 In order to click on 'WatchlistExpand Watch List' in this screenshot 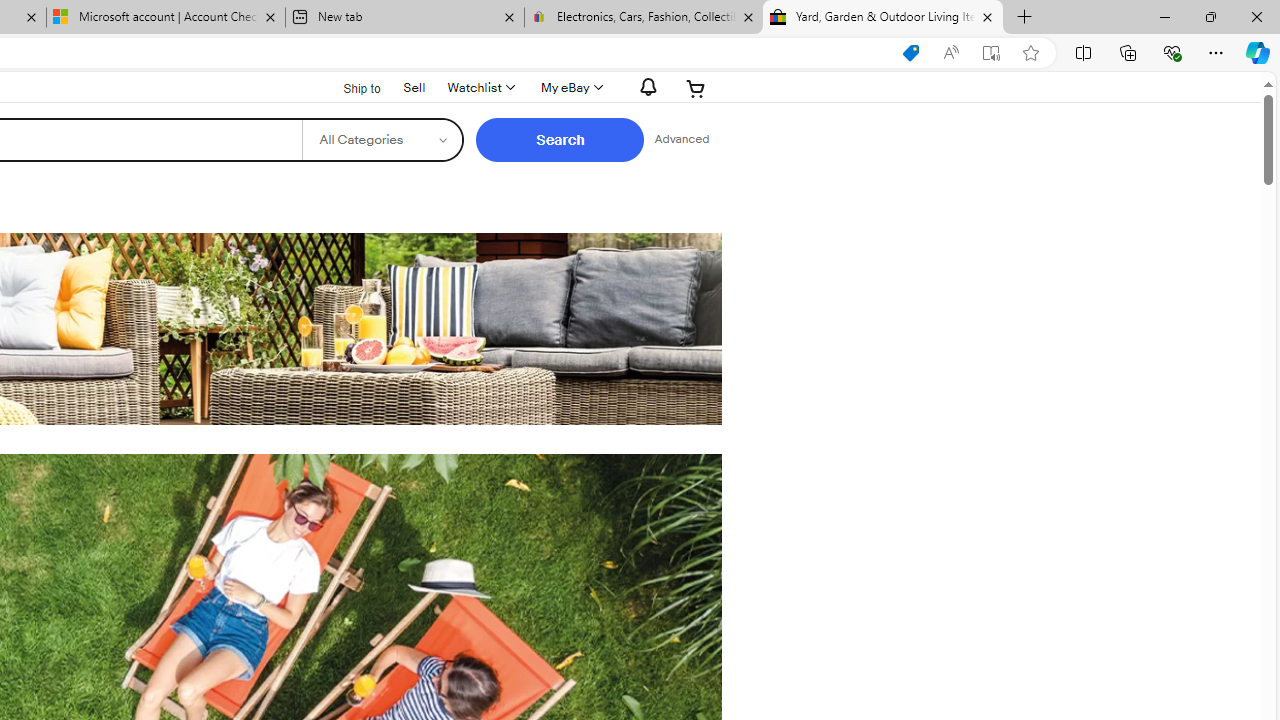, I will do `click(480, 87)`.